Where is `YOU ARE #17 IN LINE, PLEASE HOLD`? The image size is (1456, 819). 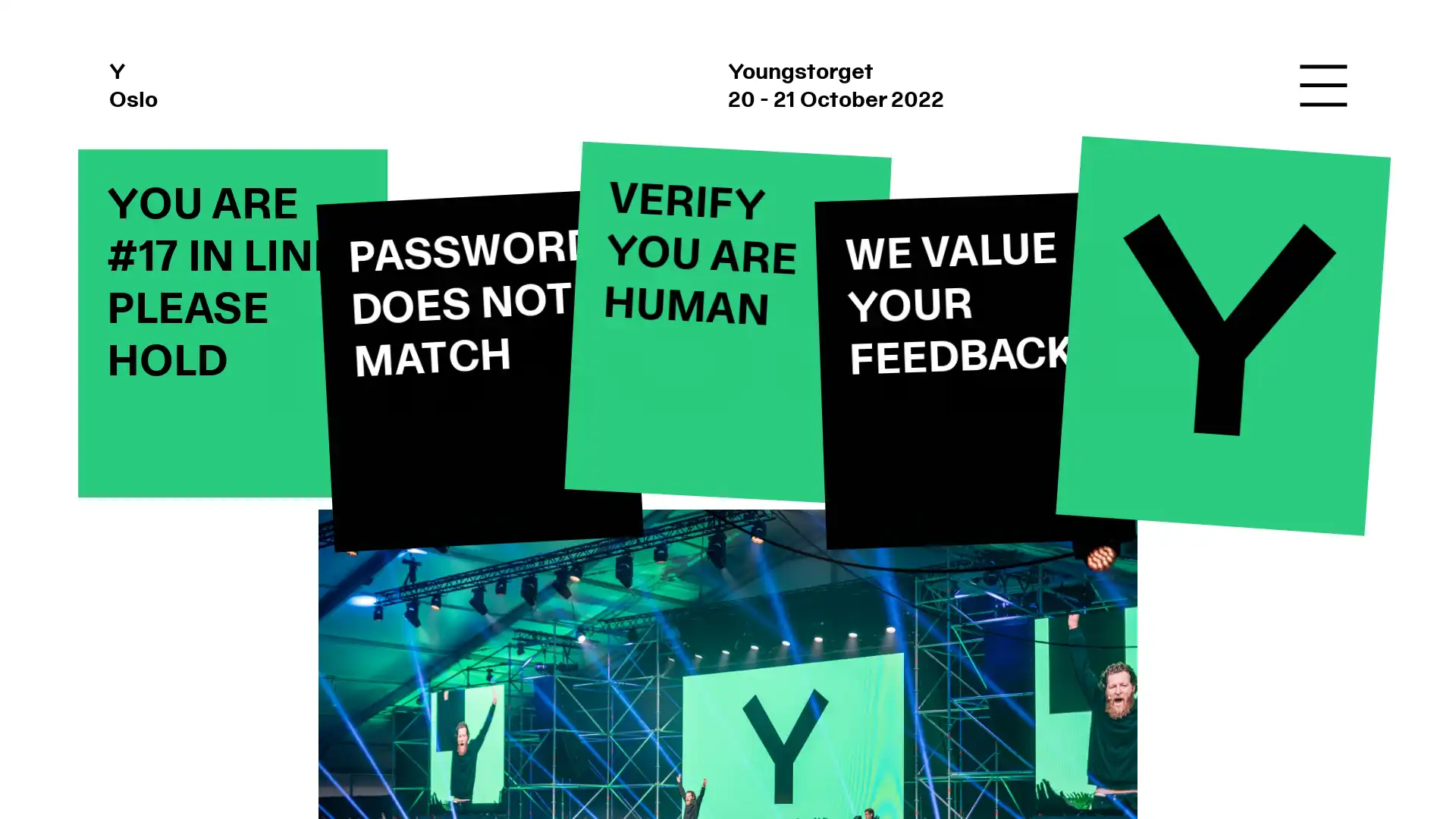 YOU ARE #17 IN LINE, PLEASE HOLD is located at coordinates (232, 322).